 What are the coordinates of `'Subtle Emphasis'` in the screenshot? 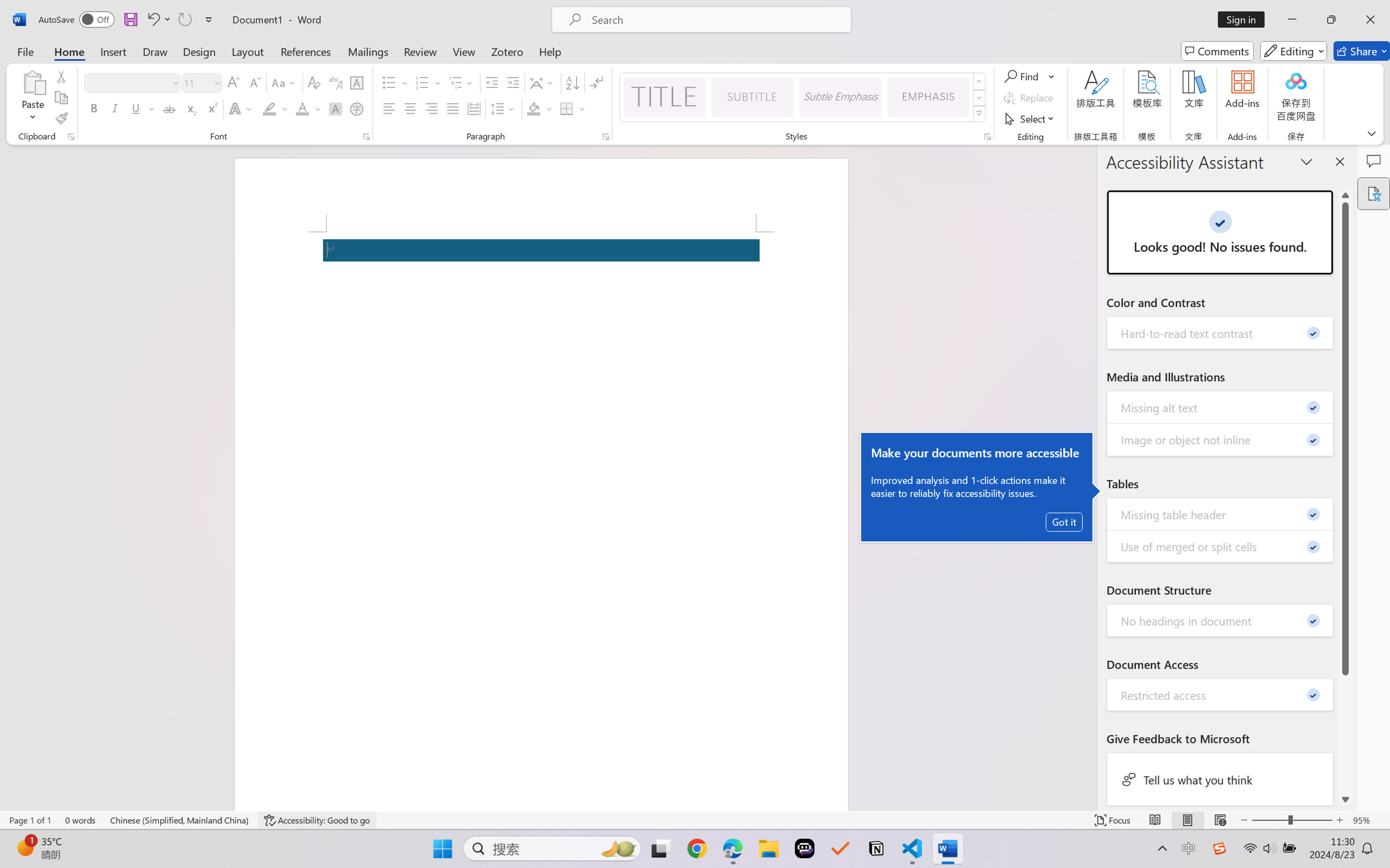 It's located at (839, 96).